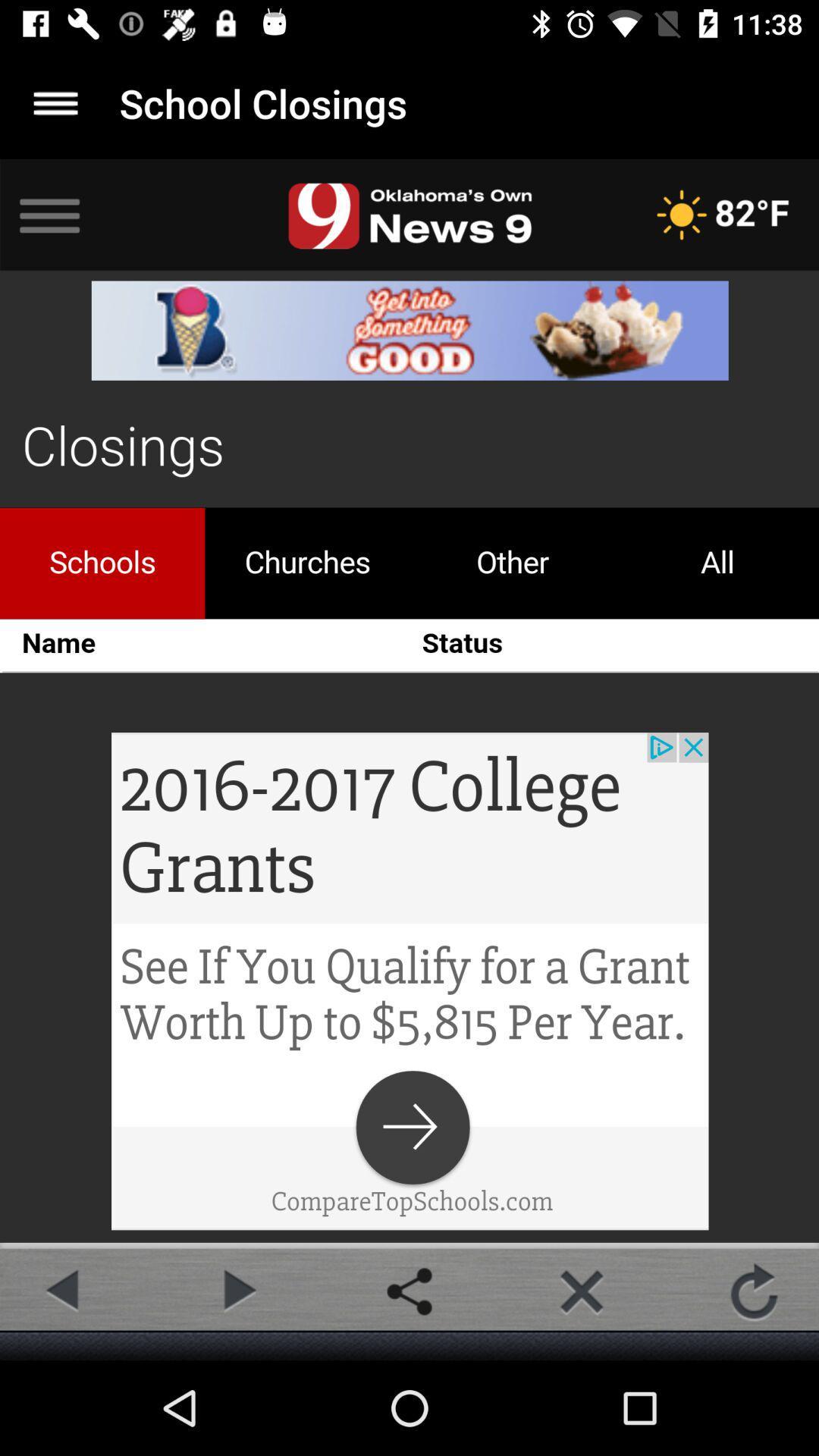 The image size is (819, 1456). What do you see at coordinates (64, 1291) in the screenshot?
I see `the arrow_backward icon` at bounding box center [64, 1291].